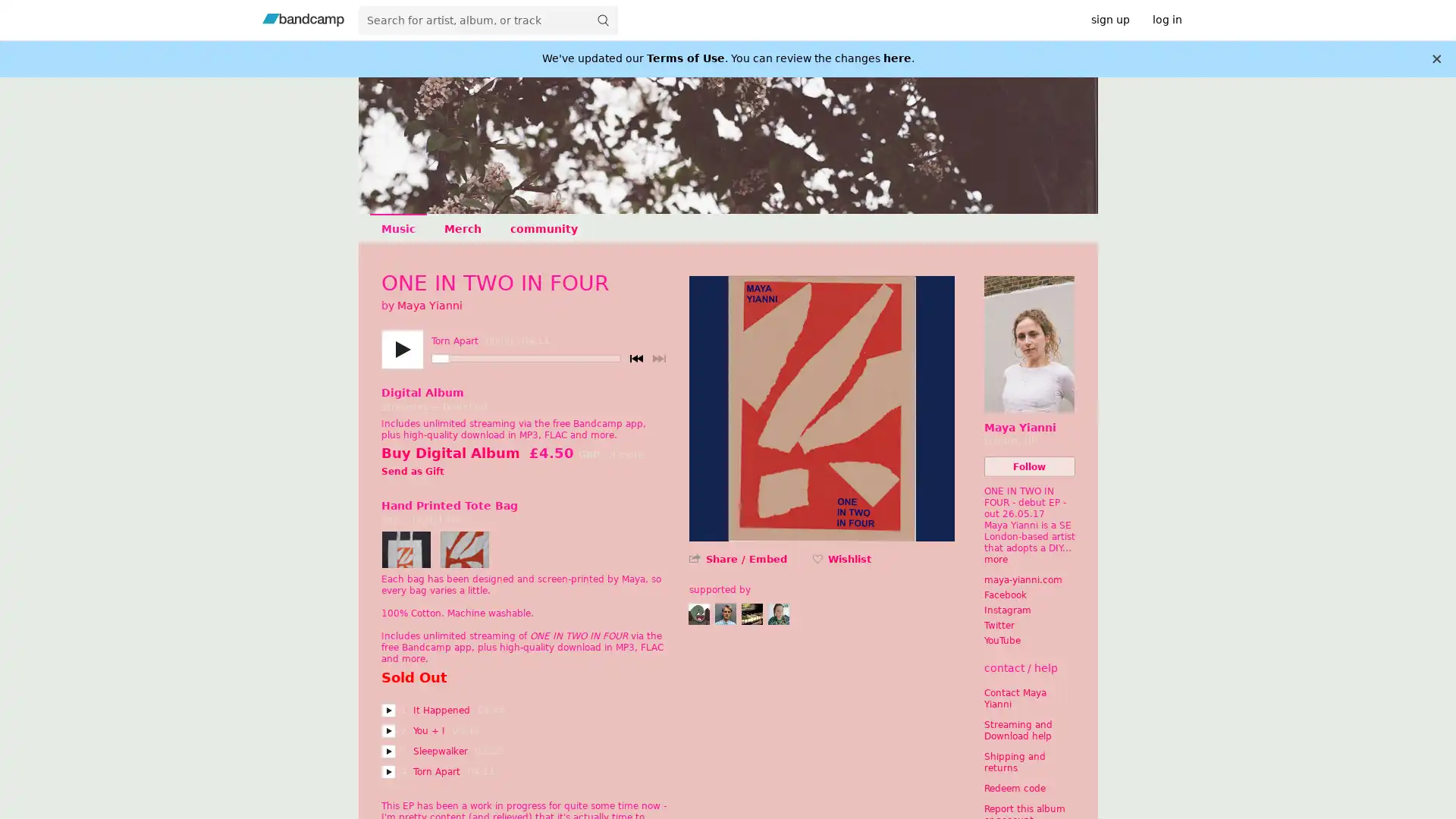 The image size is (1456, 819). I want to click on Follow, so click(1029, 466).